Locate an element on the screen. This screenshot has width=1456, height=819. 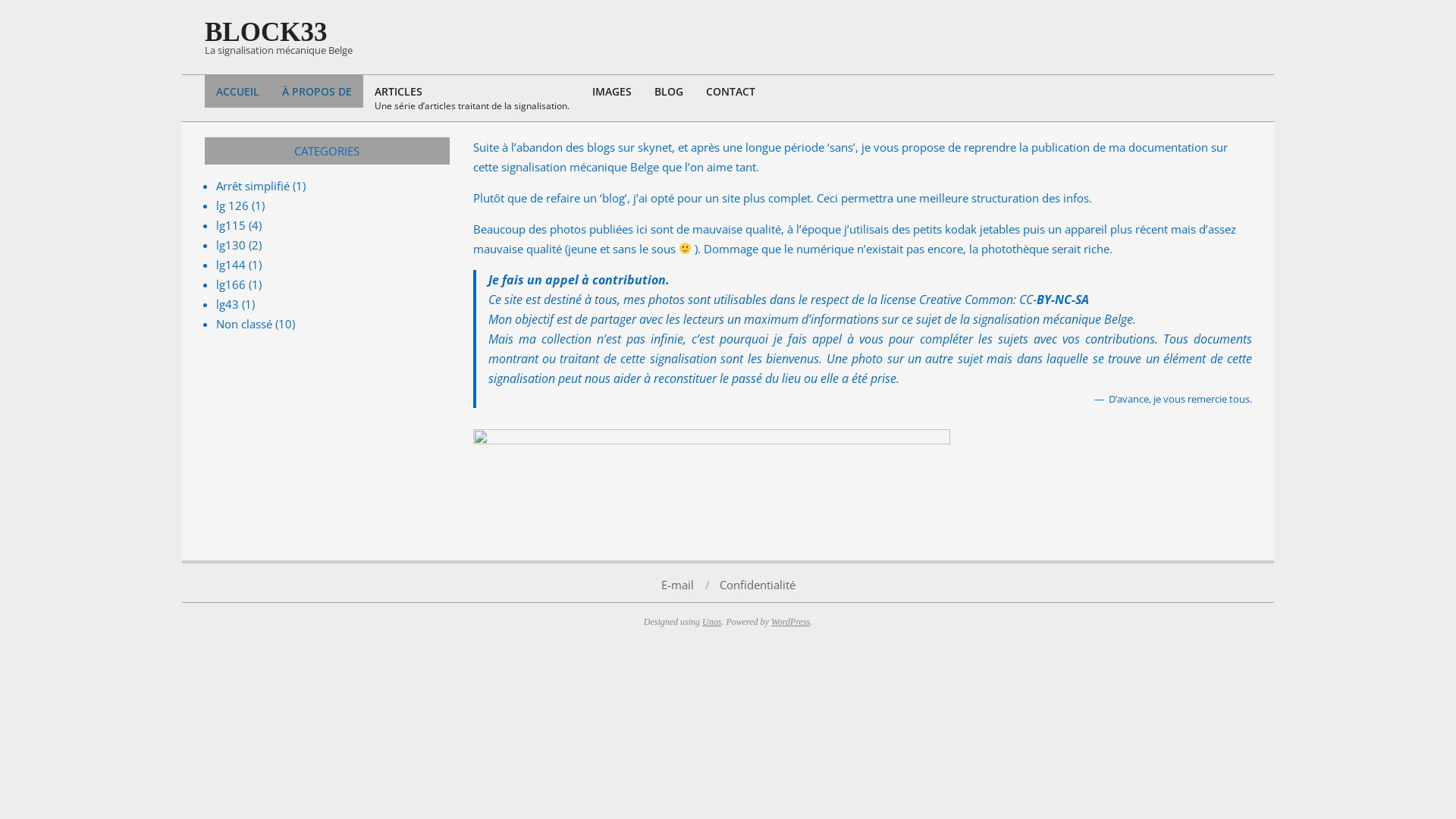
'ACCUEIL' is located at coordinates (237, 91).